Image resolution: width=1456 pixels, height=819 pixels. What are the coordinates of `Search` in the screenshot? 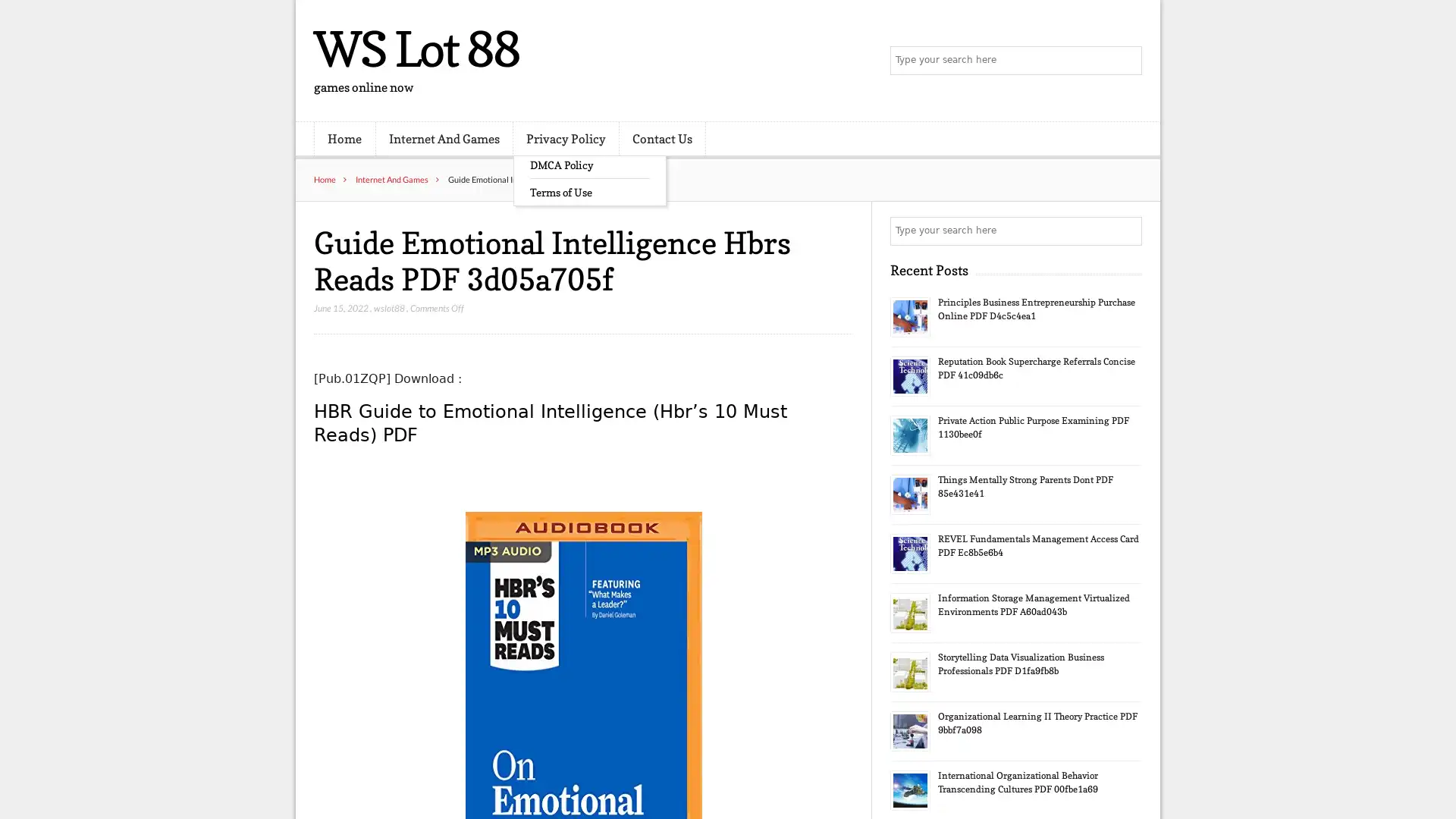 It's located at (1126, 231).